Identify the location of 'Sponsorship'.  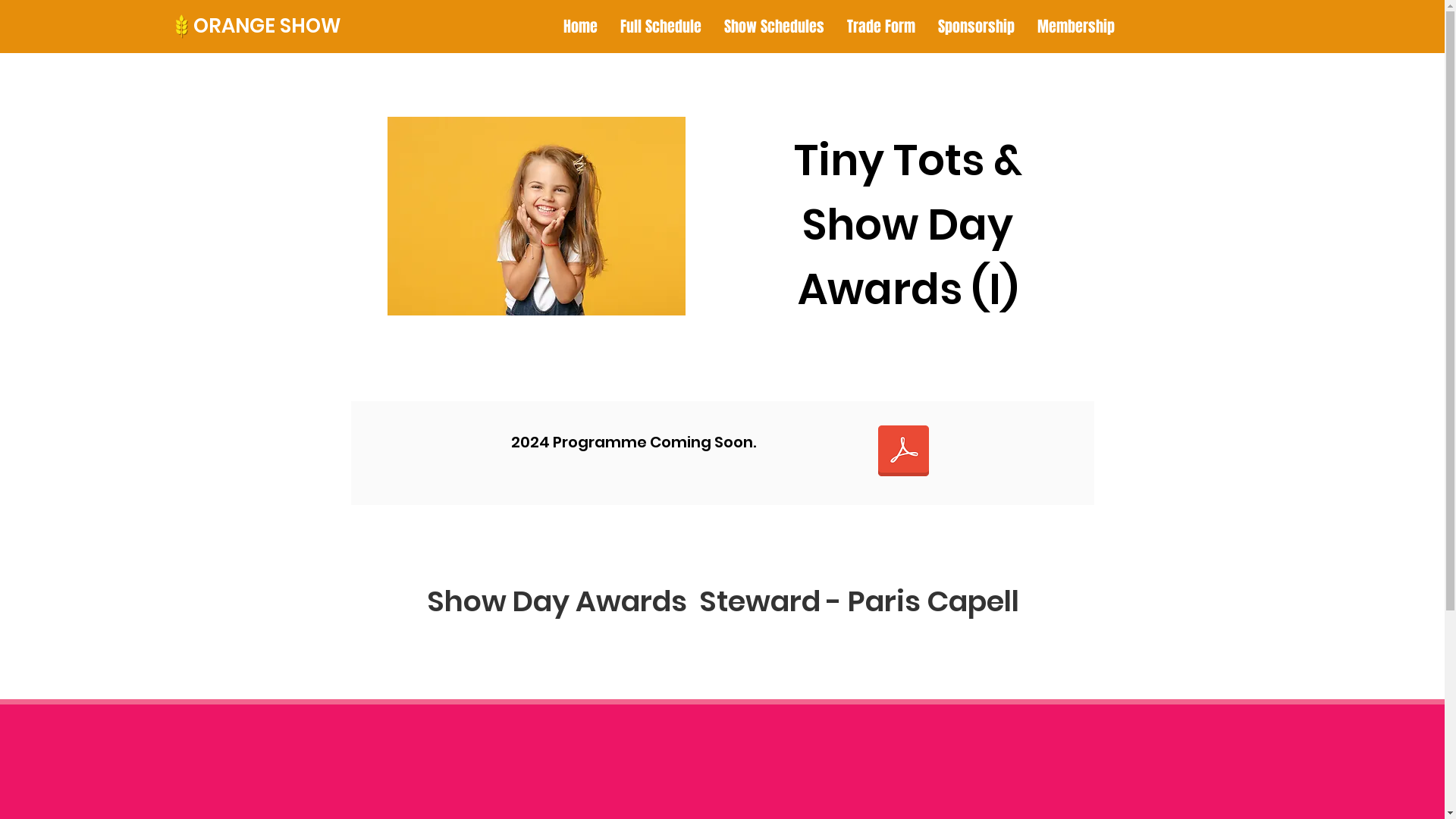
(926, 26).